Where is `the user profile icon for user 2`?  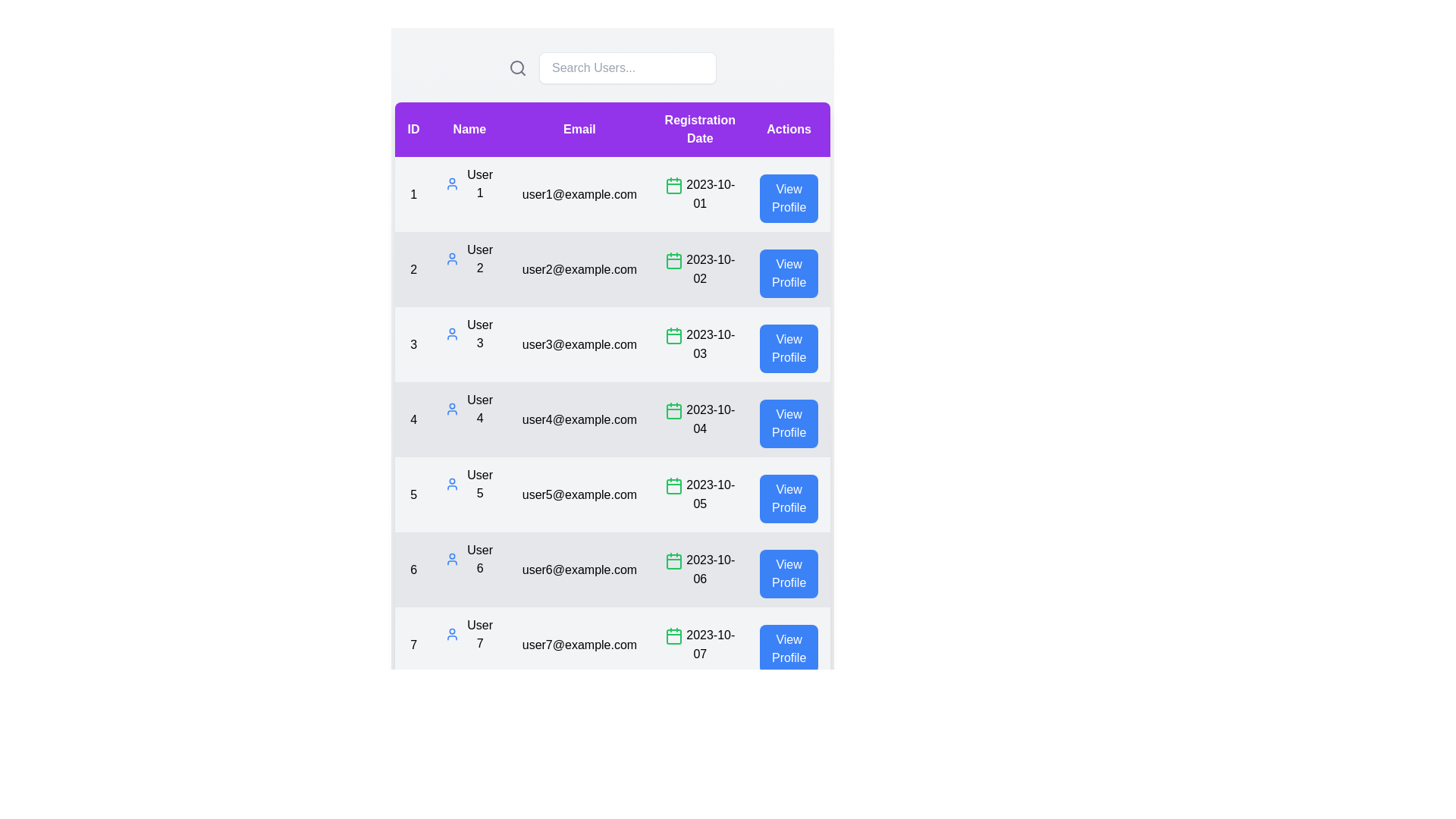 the user profile icon for user 2 is located at coordinates (451, 259).